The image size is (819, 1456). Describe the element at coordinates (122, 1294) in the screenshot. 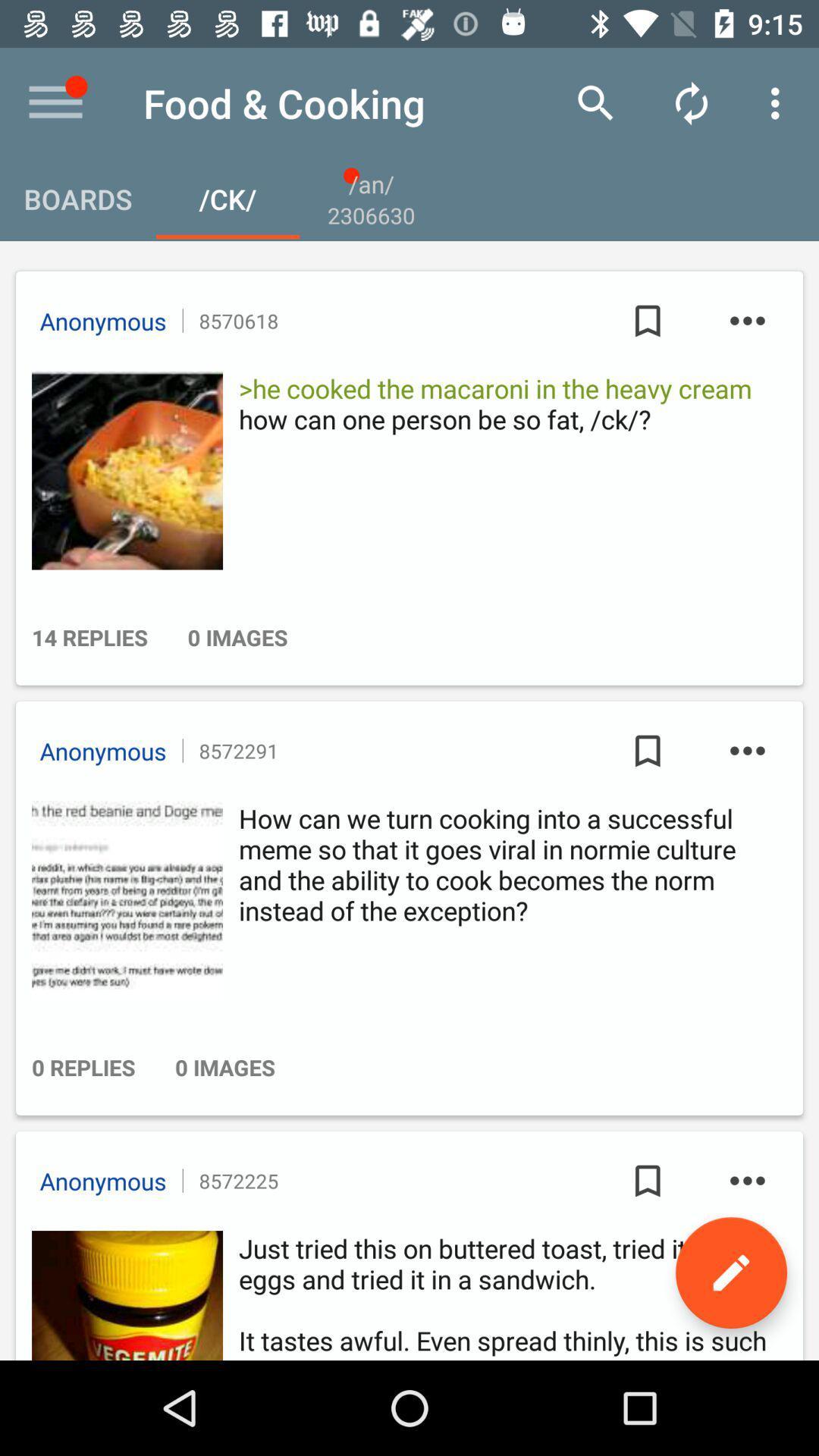

I see `profile photo` at that location.